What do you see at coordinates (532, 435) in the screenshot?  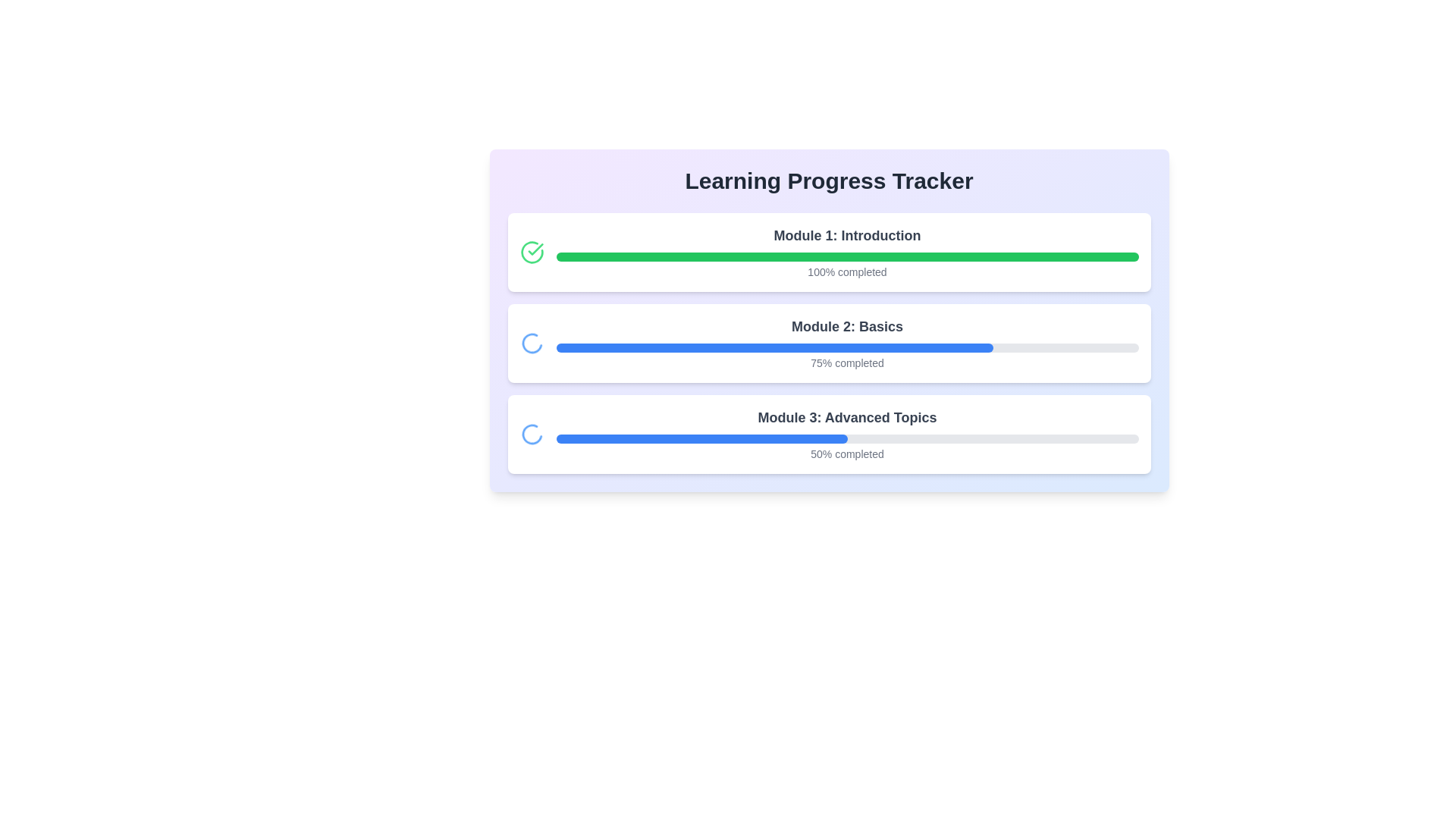 I see `the loader icon or progress spinner indicating that progress for 'Module 3: Advanced Topics' is in progress` at bounding box center [532, 435].